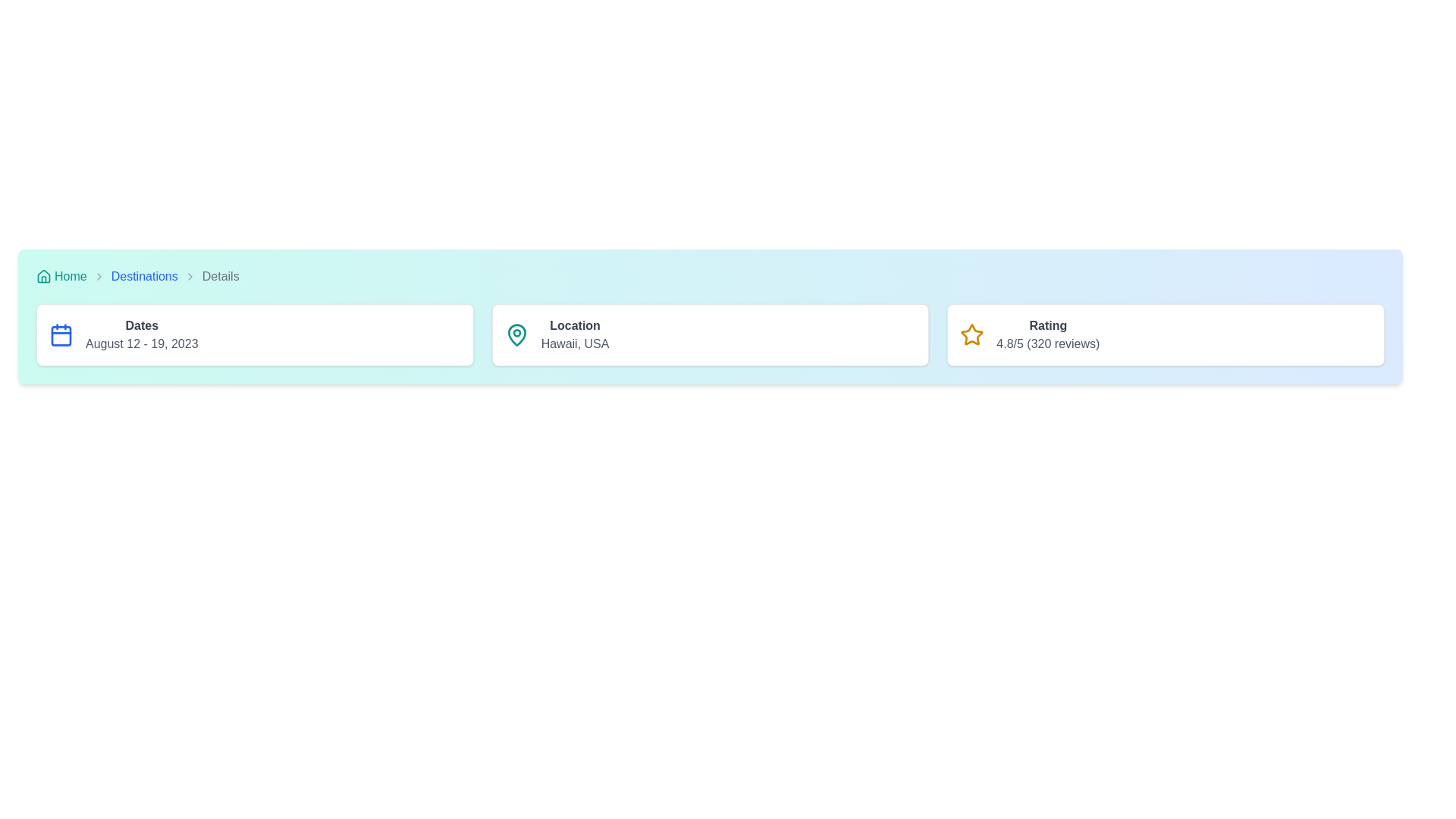 The height and width of the screenshot is (819, 1456). I want to click on the static text element displaying the date range, which is located underneath the 'Dates' label and aligned with the calendar icon, indicating it is non-interactive and purely informational, so click(142, 344).